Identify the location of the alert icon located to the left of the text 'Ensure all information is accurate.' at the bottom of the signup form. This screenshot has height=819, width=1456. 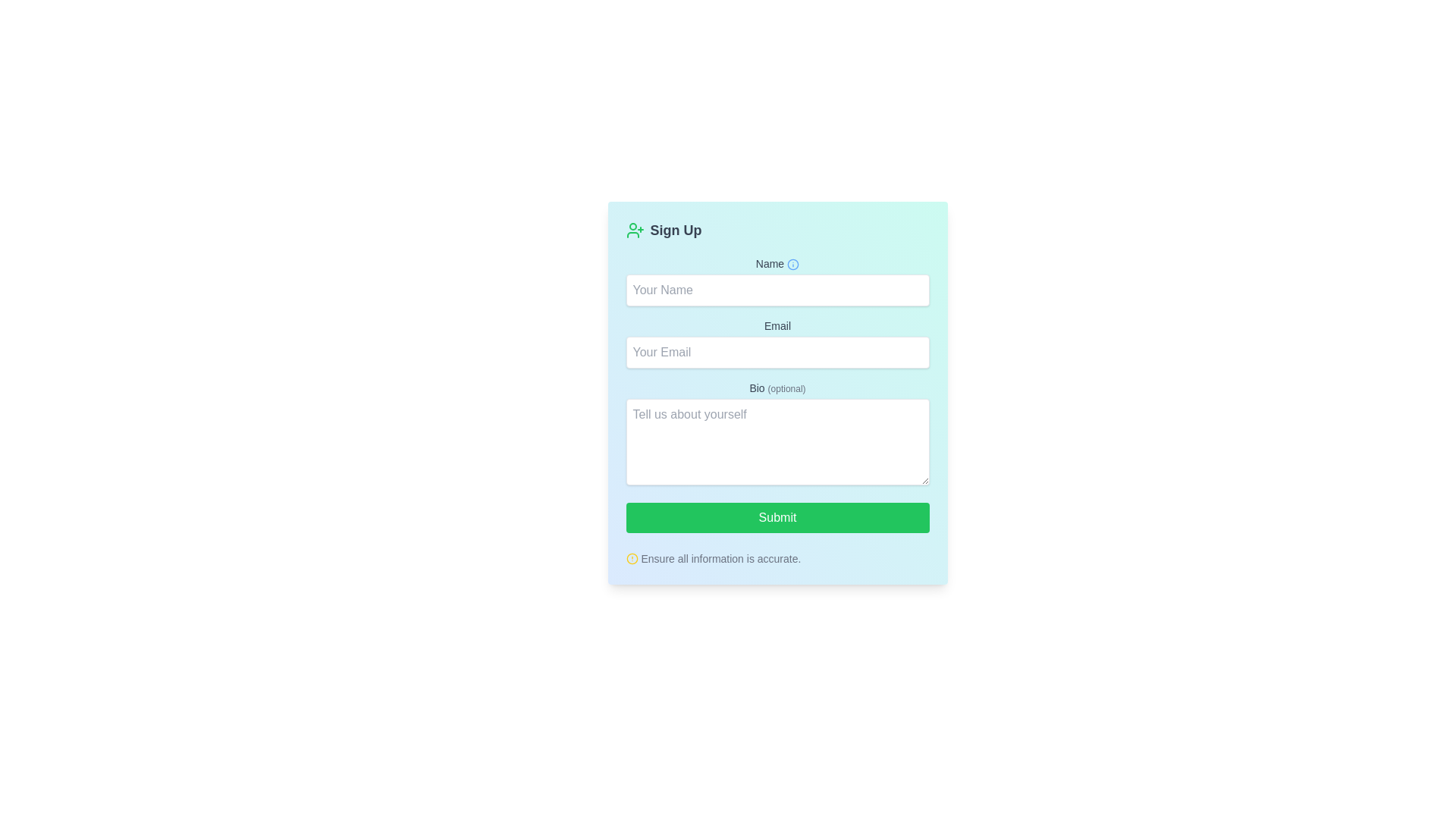
(632, 558).